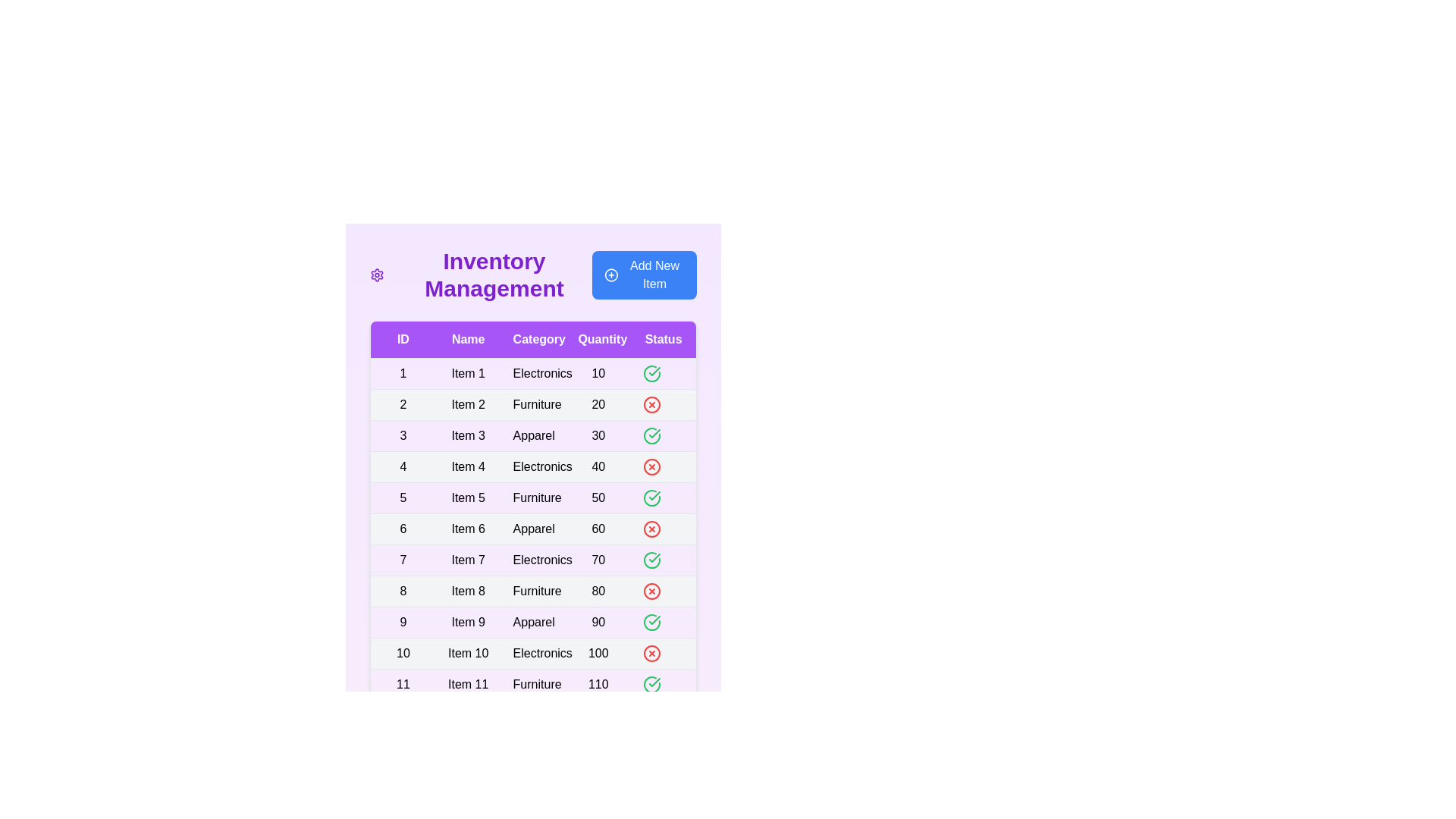  I want to click on the table row corresponding to 1, so click(533, 374).